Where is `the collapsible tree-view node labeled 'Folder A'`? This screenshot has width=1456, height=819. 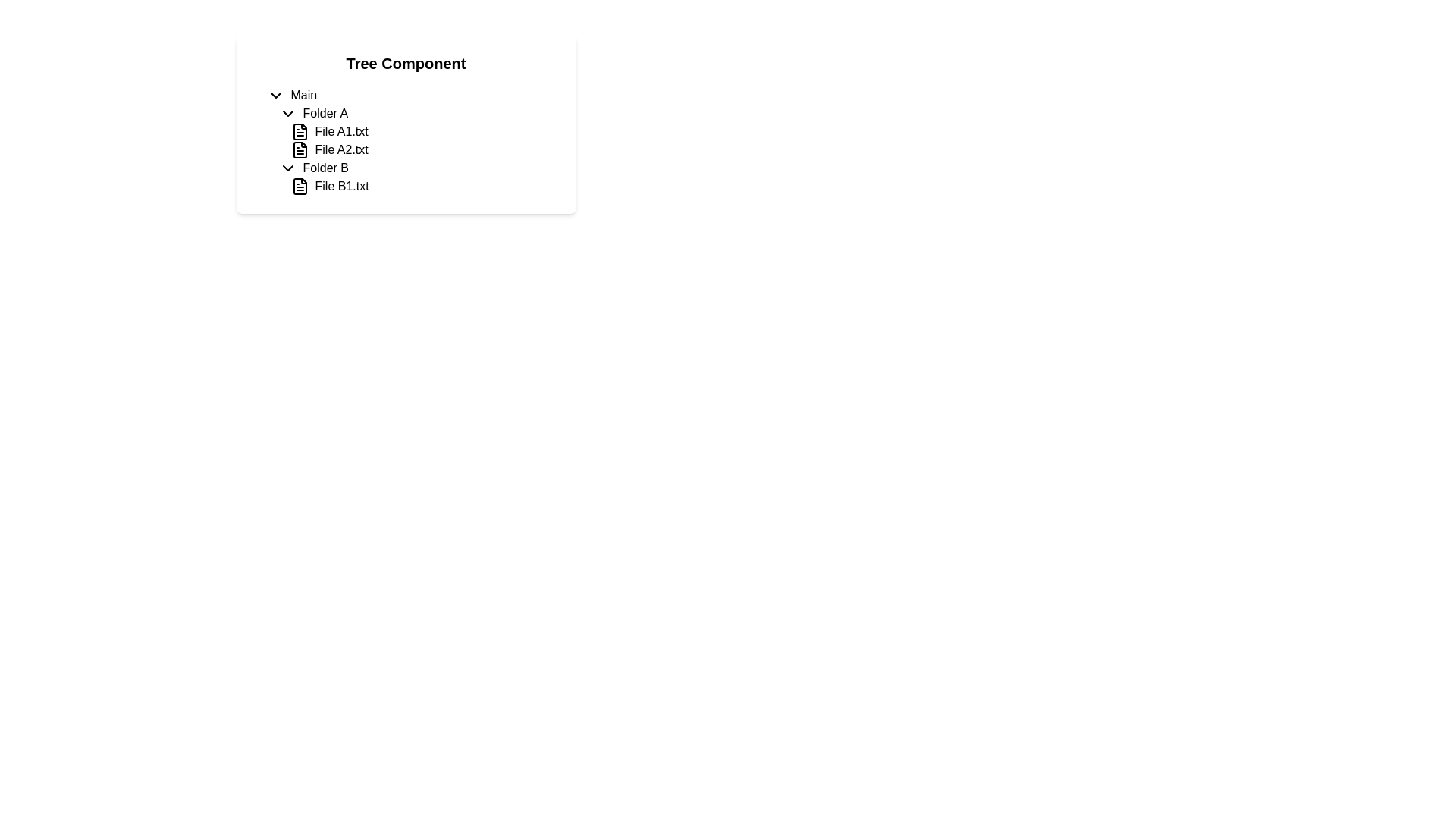 the collapsible tree-view node labeled 'Folder A' is located at coordinates (418, 113).